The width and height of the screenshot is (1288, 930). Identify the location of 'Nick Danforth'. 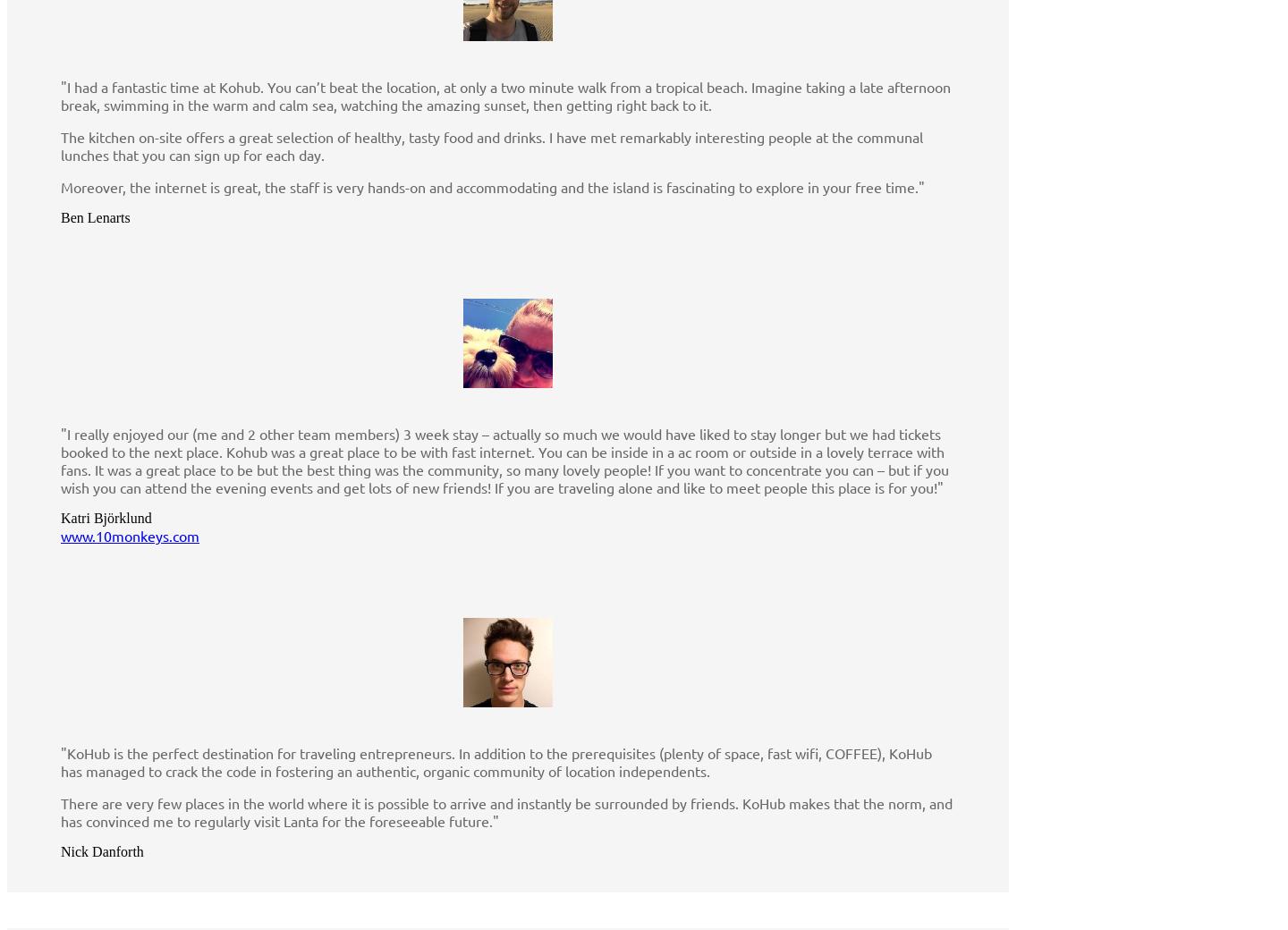
(102, 851).